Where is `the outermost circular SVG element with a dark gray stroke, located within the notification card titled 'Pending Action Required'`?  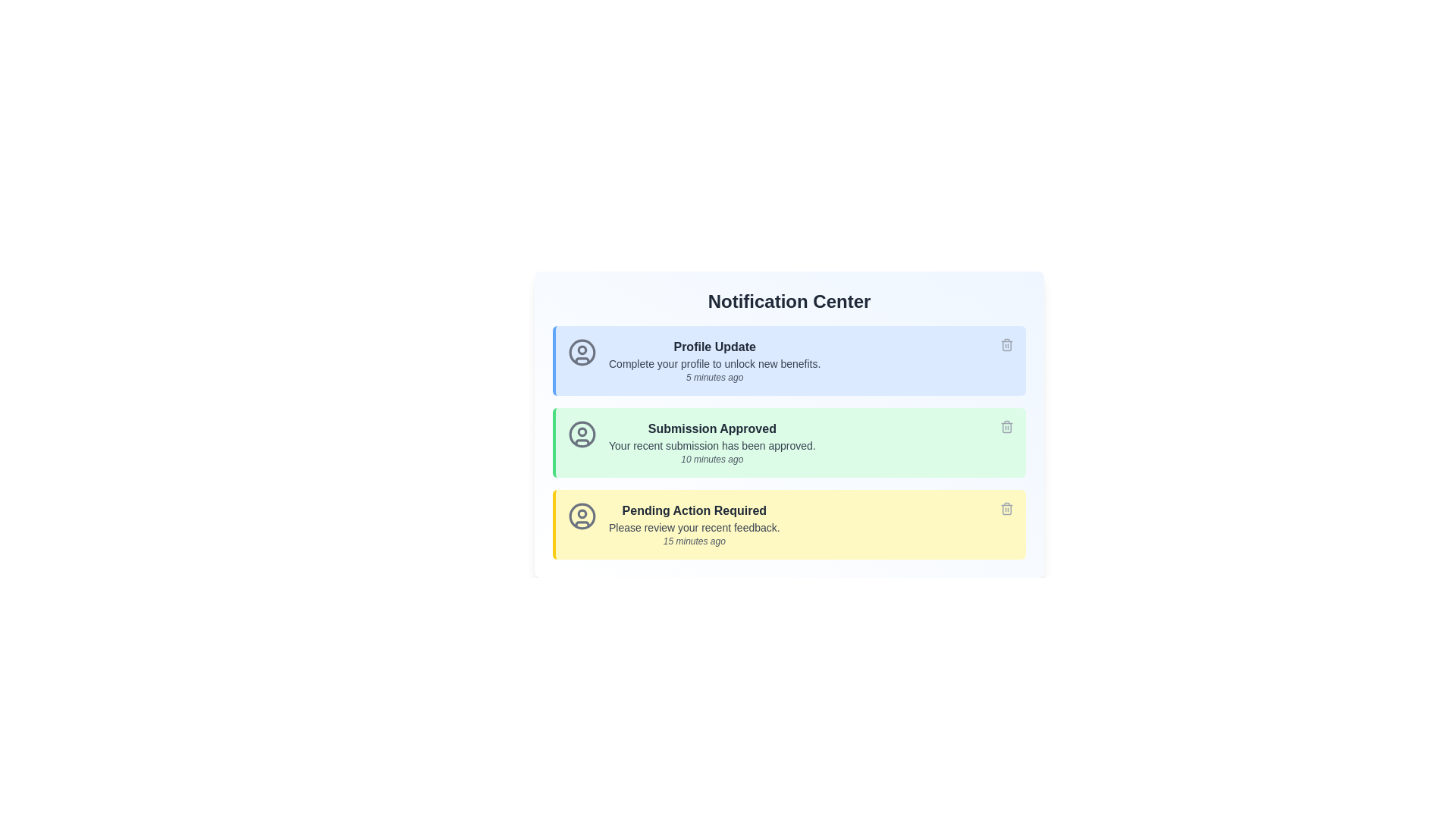
the outermost circular SVG element with a dark gray stroke, located within the notification card titled 'Pending Action Required' is located at coordinates (582, 516).